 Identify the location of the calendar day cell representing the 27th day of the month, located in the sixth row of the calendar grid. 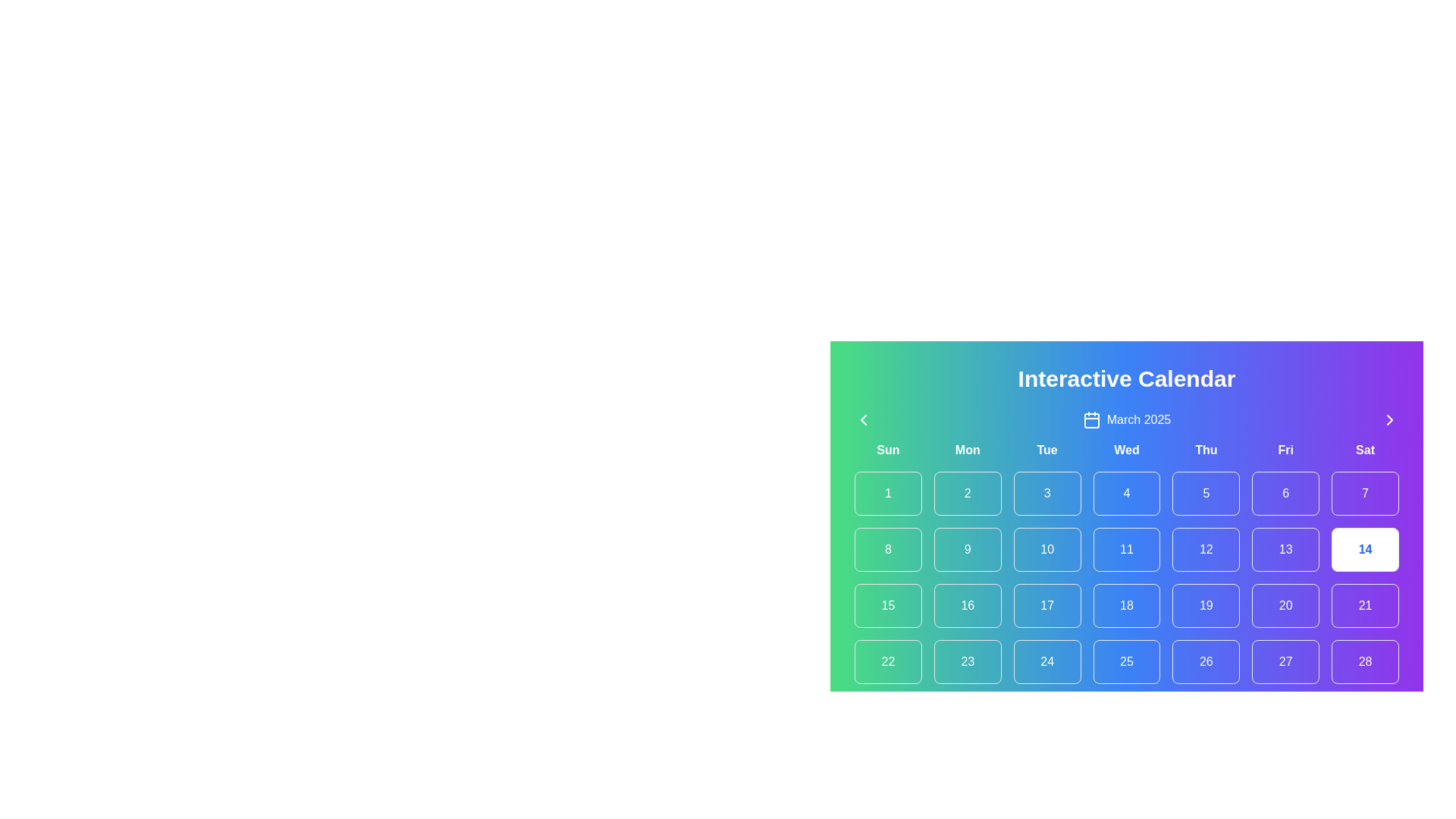
(1285, 661).